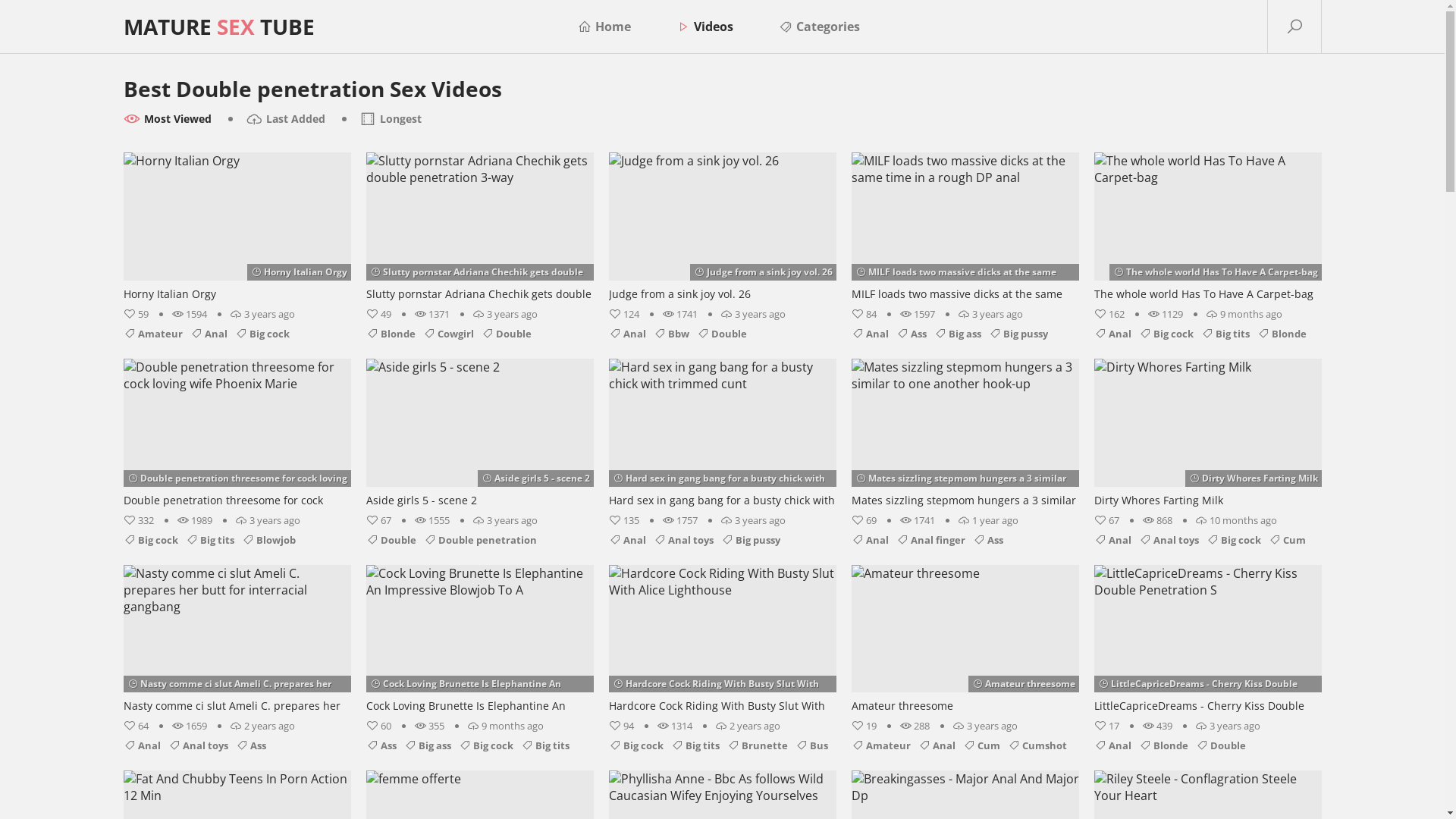  What do you see at coordinates (603, 26) in the screenshot?
I see `'Home'` at bounding box center [603, 26].